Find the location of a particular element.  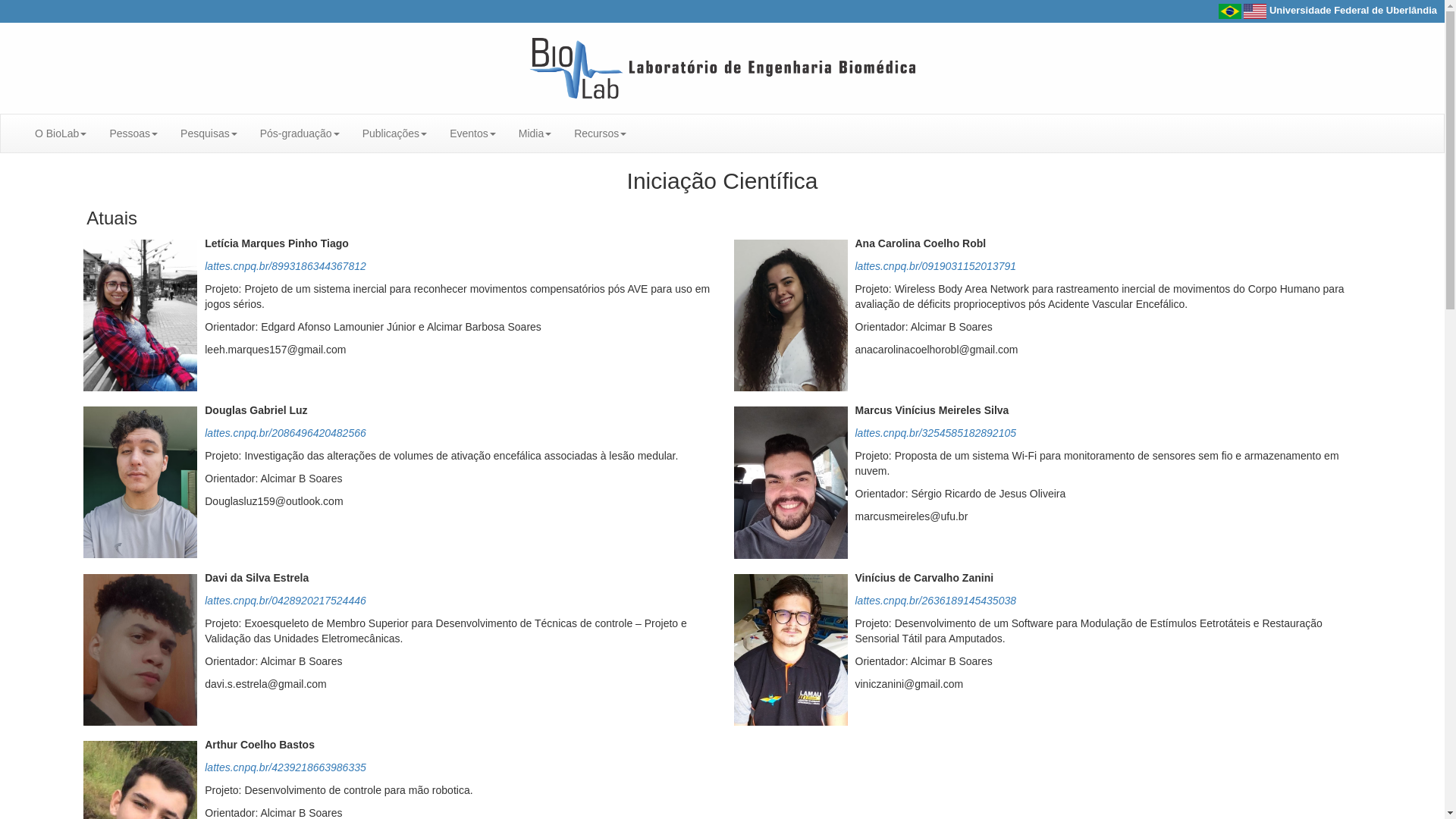

'lattes.cnpq.br/2086496420482566' is located at coordinates (203, 432).